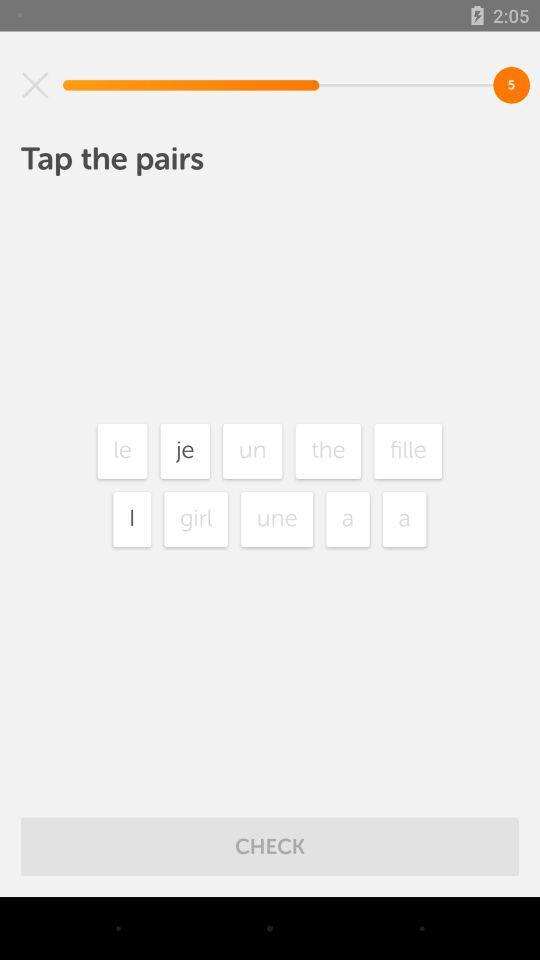 The width and height of the screenshot is (540, 960). I want to click on the icon at the top left corner, so click(35, 85).